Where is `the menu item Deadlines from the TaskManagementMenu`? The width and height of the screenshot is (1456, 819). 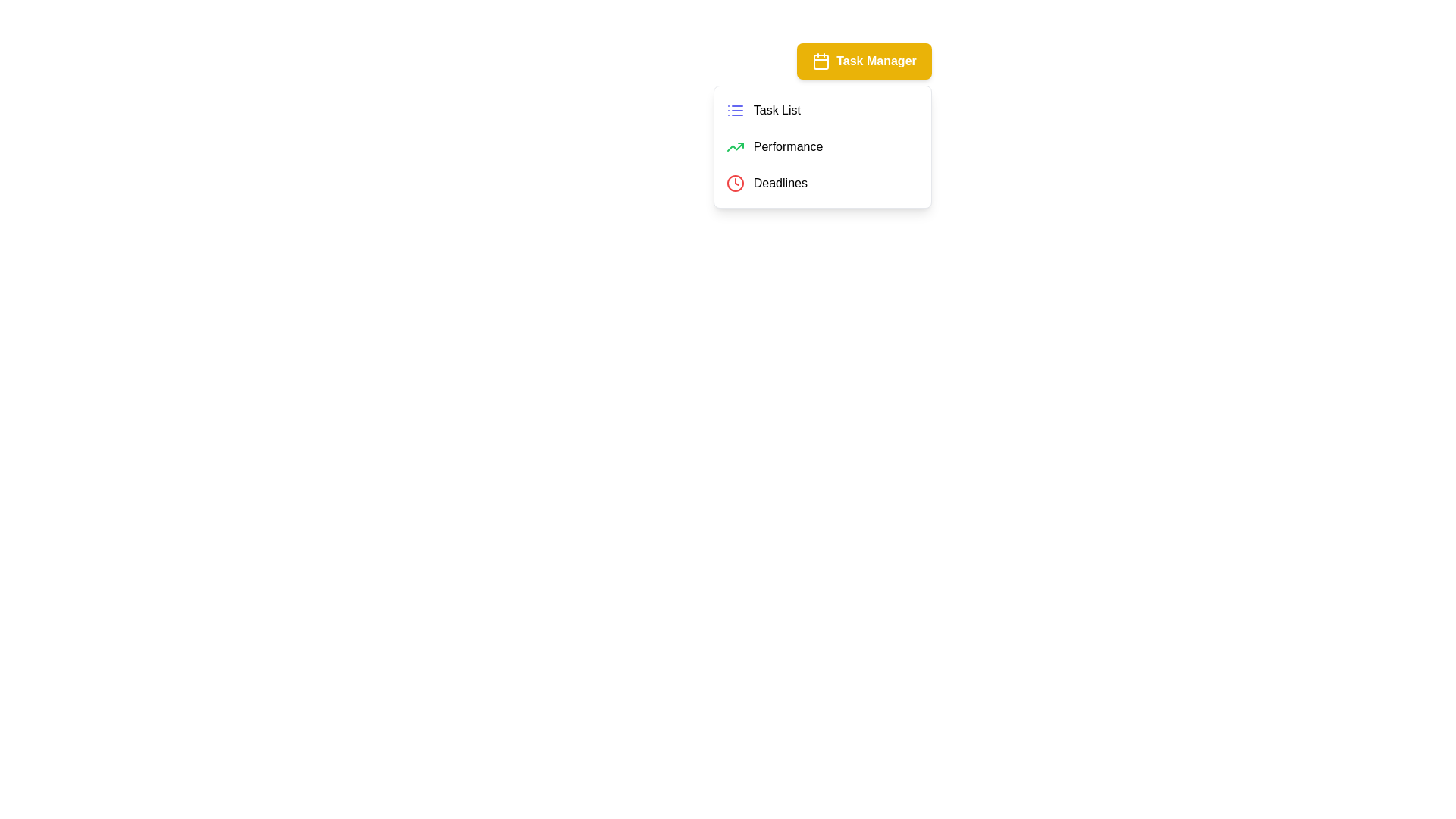
the menu item Deadlines from the TaskManagementMenu is located at coordinates (821, 183).